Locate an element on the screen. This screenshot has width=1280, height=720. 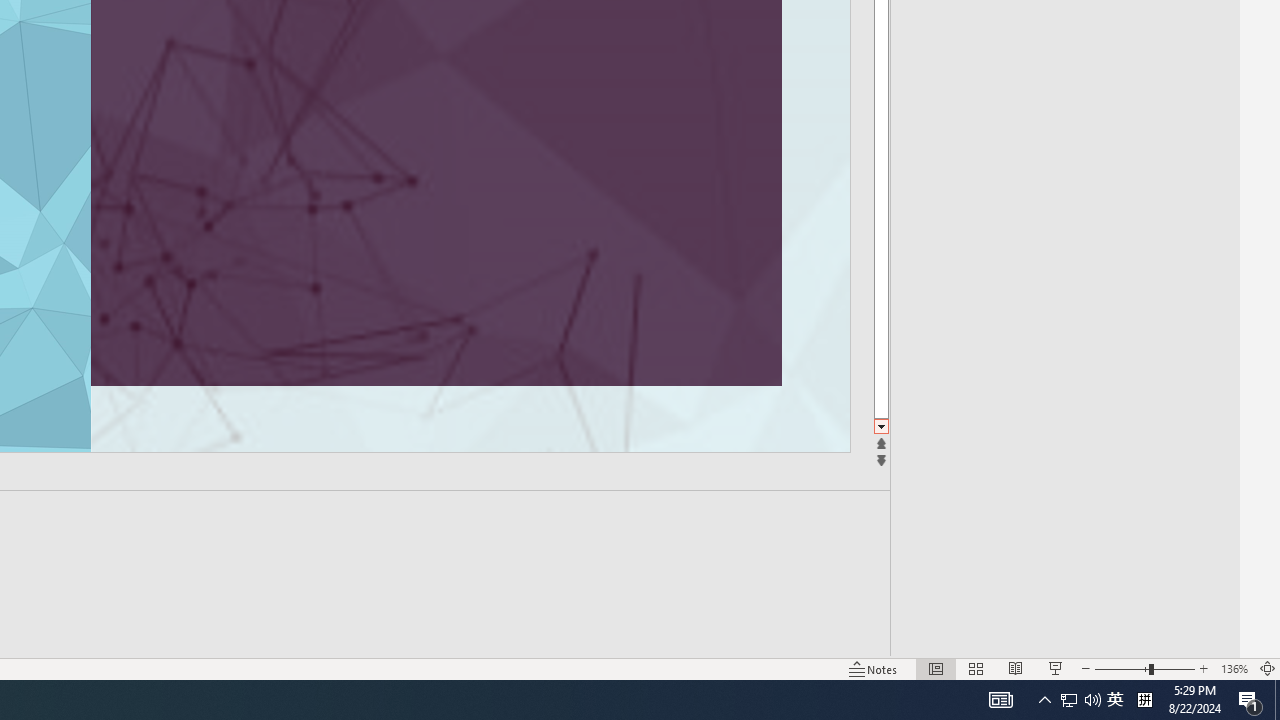
'Zoom 136%' is located at coordinates (1233, 669).